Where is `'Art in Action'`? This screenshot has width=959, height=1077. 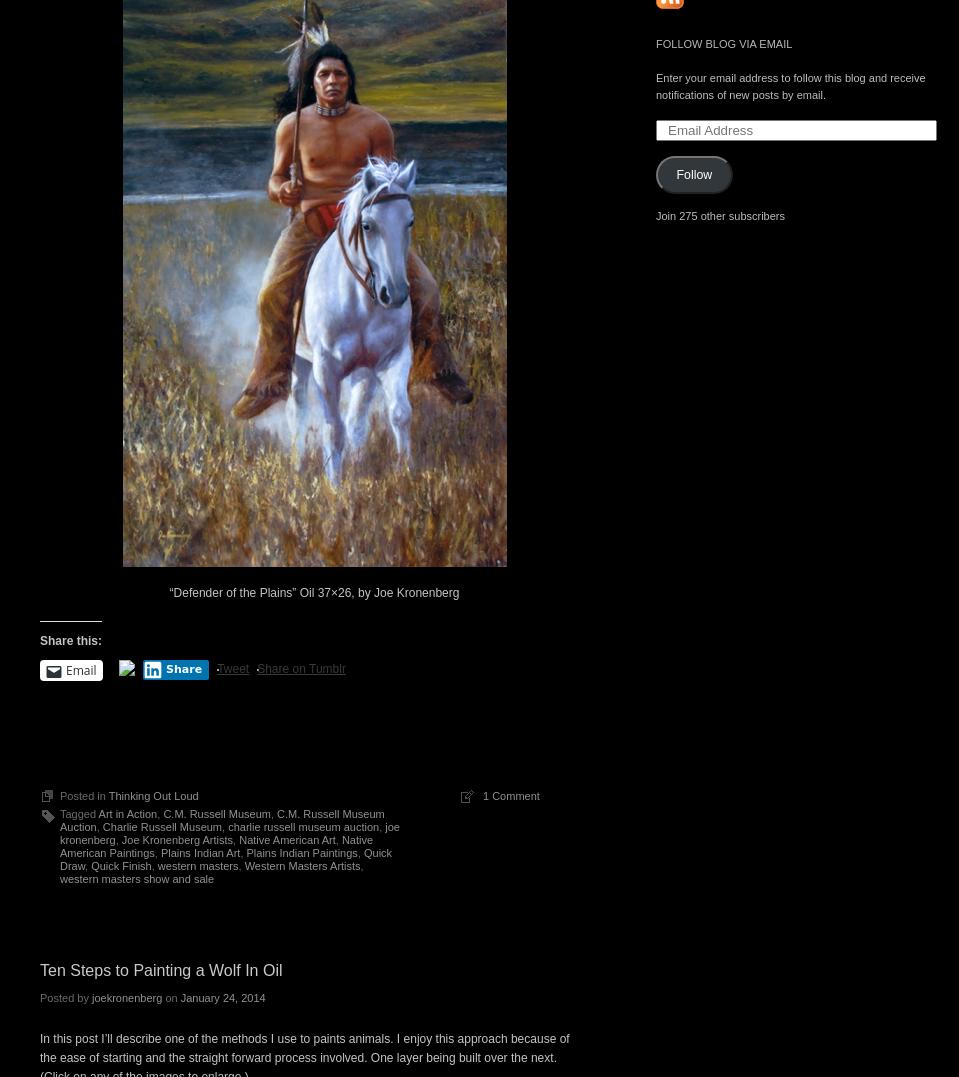
'Art in Action' is located at coordinates (127, 813).